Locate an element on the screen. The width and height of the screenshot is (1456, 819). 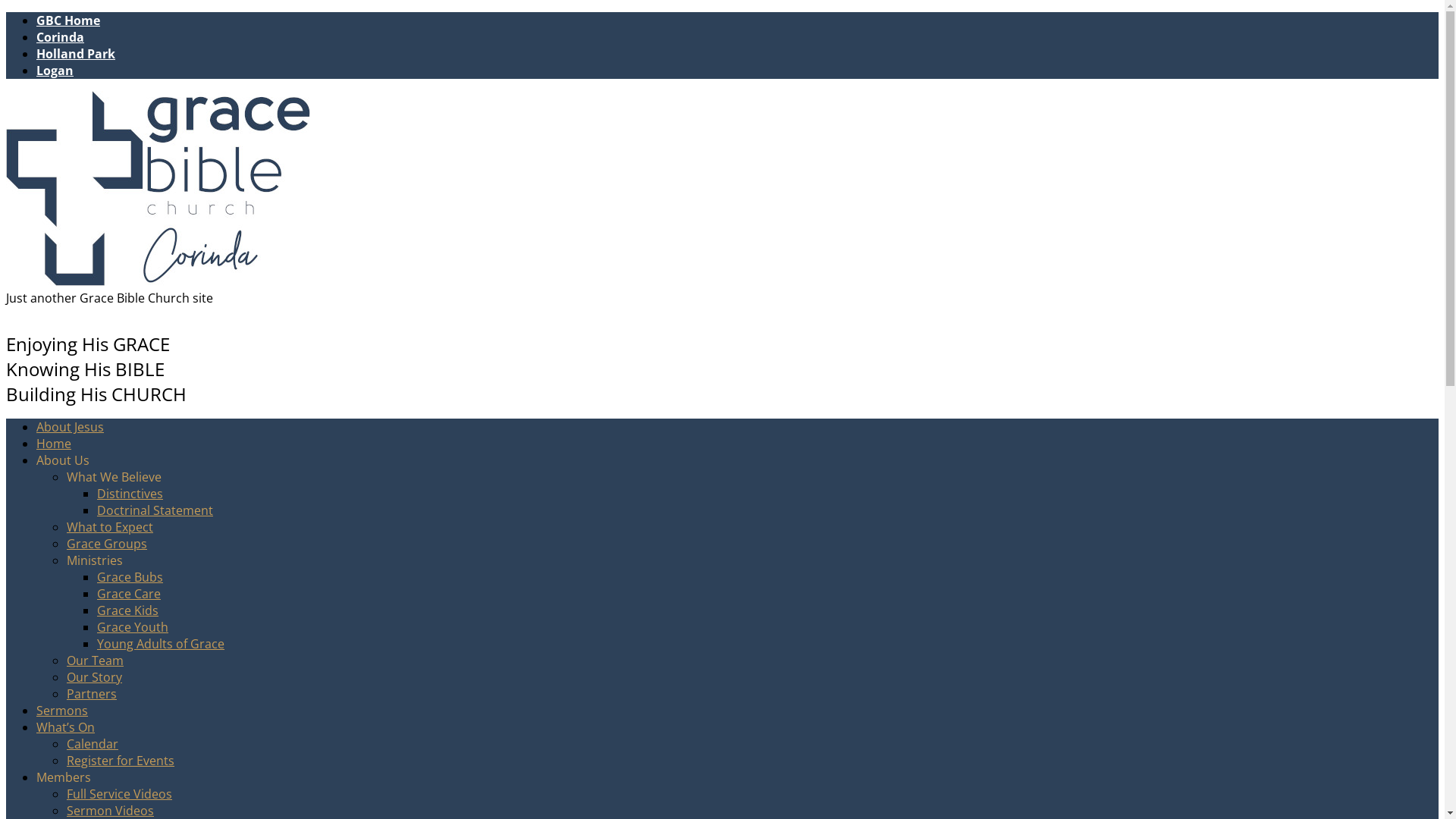
'Our Team' is located at coordinates (94, 660).